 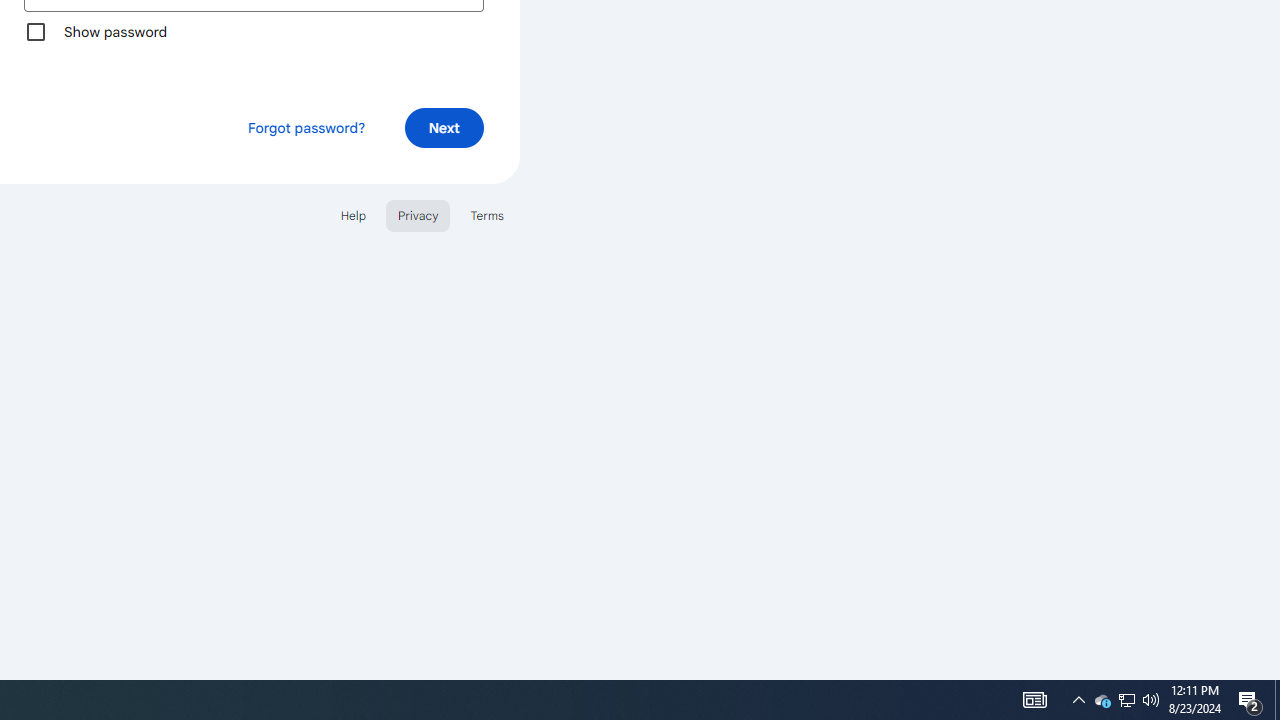 What do you see at coordinates (304, 127) in the screenshot?
I see `'Forgot password?'` at bounding box center [304, 127].